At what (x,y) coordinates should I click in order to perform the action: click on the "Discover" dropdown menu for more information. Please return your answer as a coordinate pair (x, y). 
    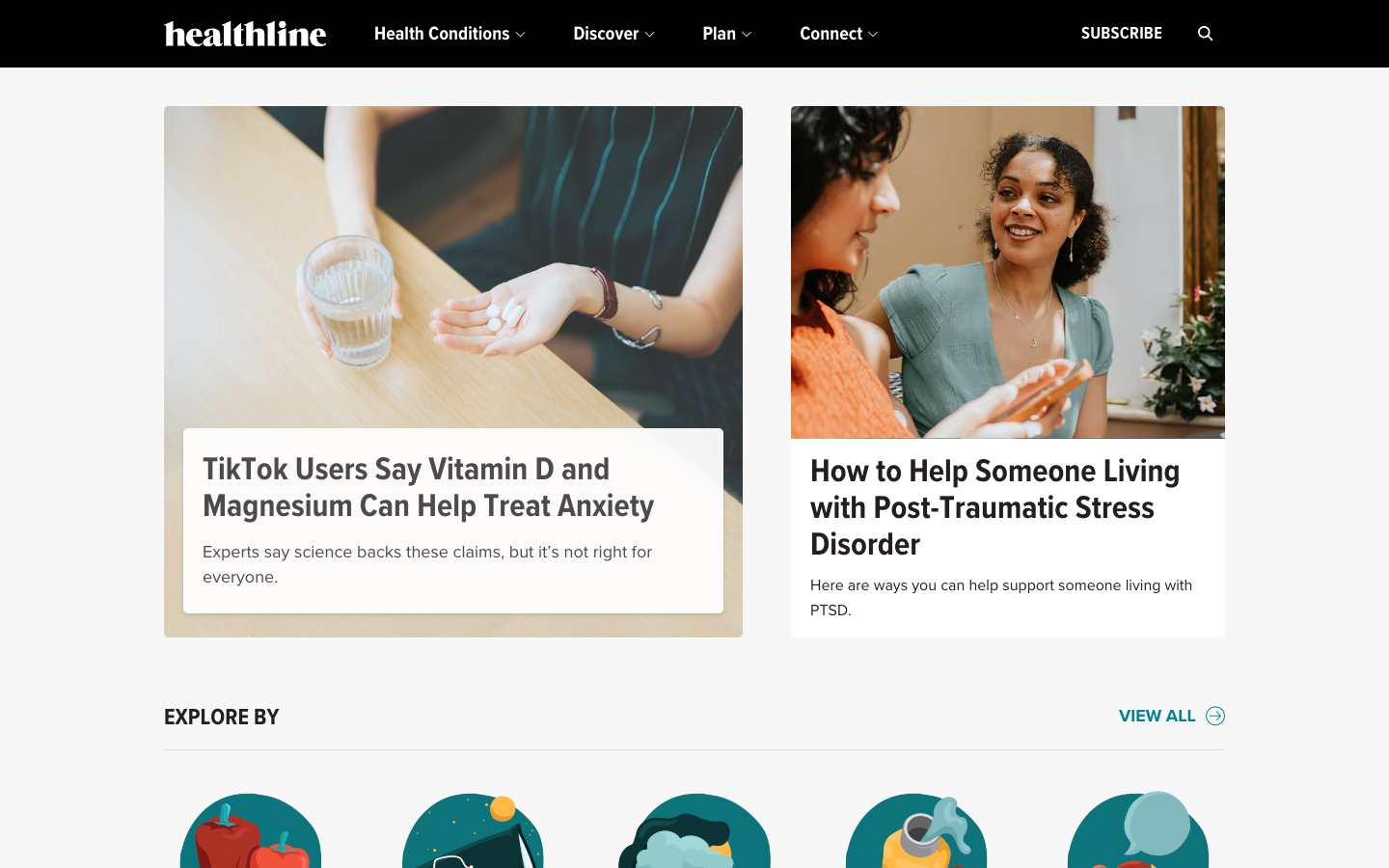
    Looking at the image, I should click on (613, 33).